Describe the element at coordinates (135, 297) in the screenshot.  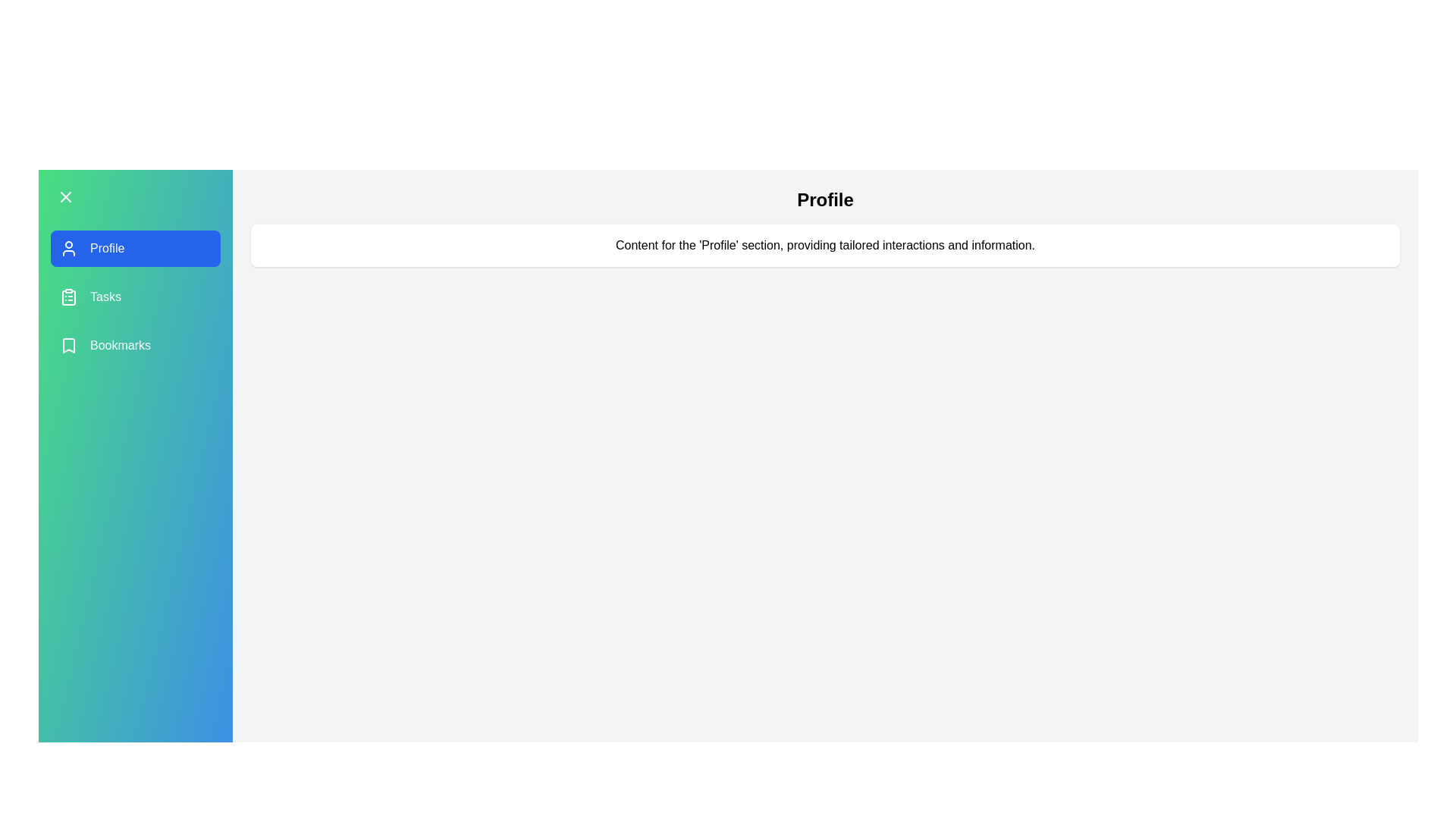
I see `the menu item Tasks to navigate to its section` at that location.